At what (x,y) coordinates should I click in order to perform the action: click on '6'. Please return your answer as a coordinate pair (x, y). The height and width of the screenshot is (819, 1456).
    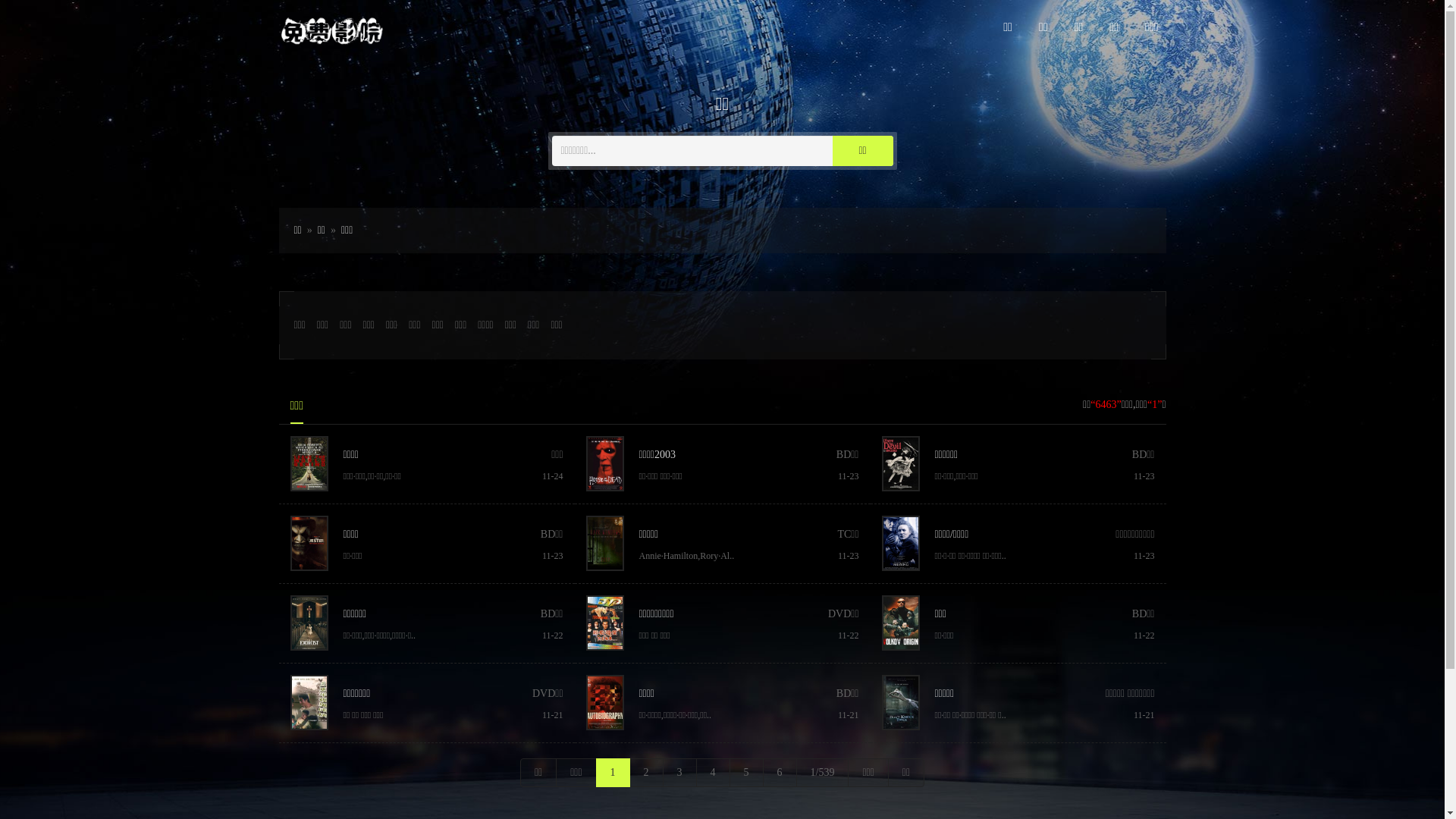
    Looking at the image, I should click on (763, 772).